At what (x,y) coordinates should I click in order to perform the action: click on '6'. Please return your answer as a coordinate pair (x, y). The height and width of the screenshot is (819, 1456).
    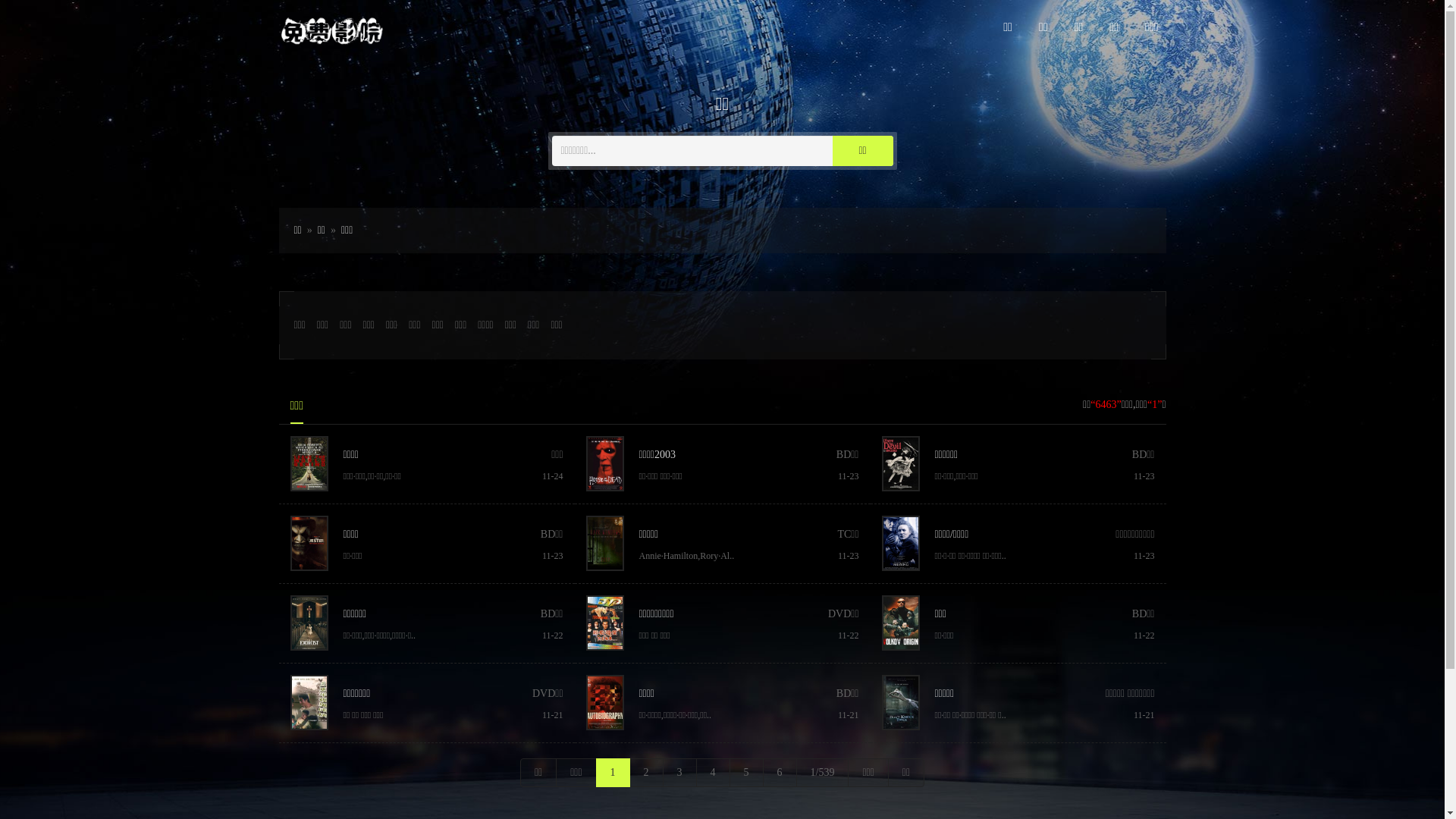
    Looking at the image, I should click on (763, 772).